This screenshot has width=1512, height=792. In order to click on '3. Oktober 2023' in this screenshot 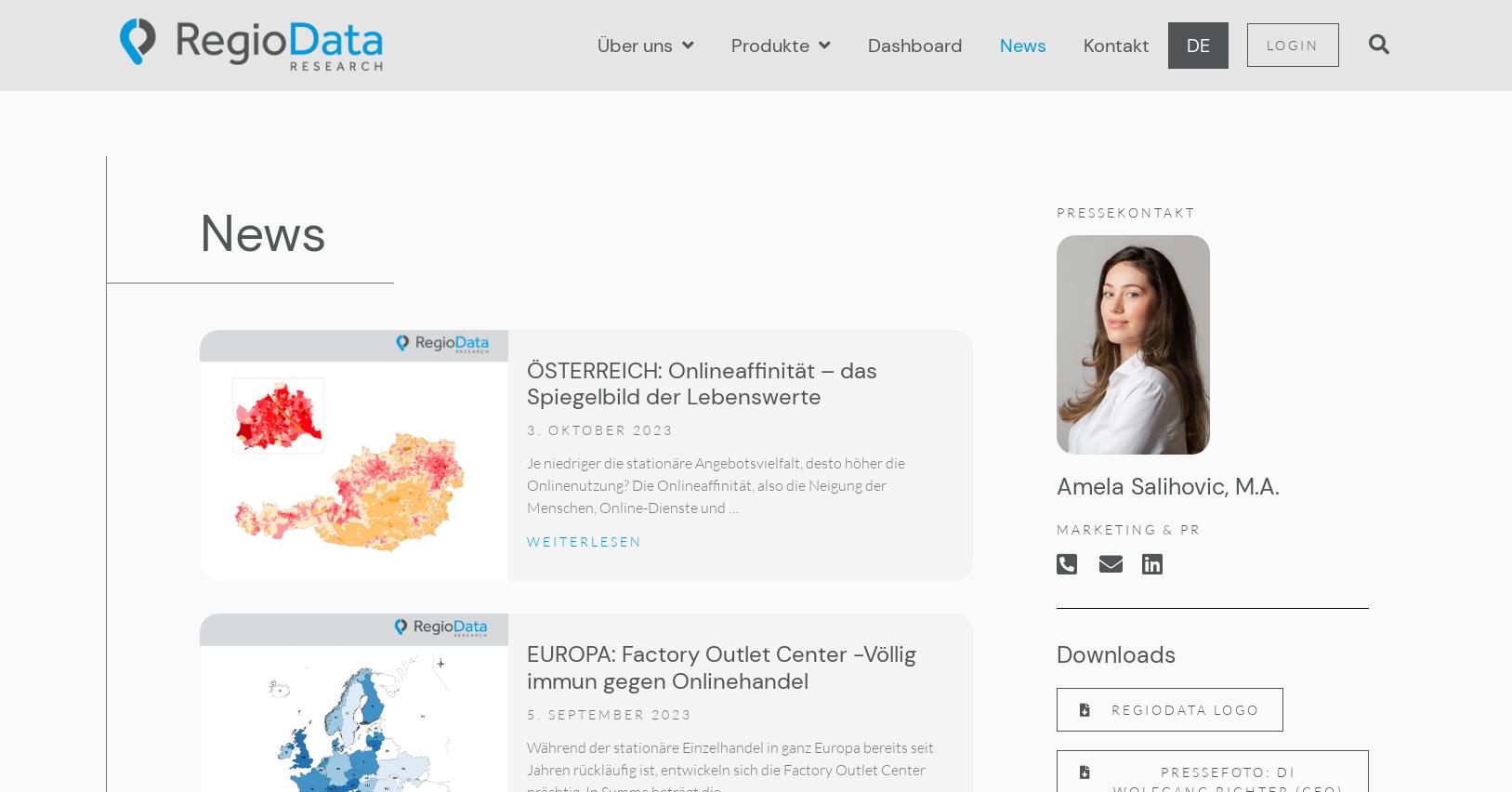, I will do `click(598, 429)`.